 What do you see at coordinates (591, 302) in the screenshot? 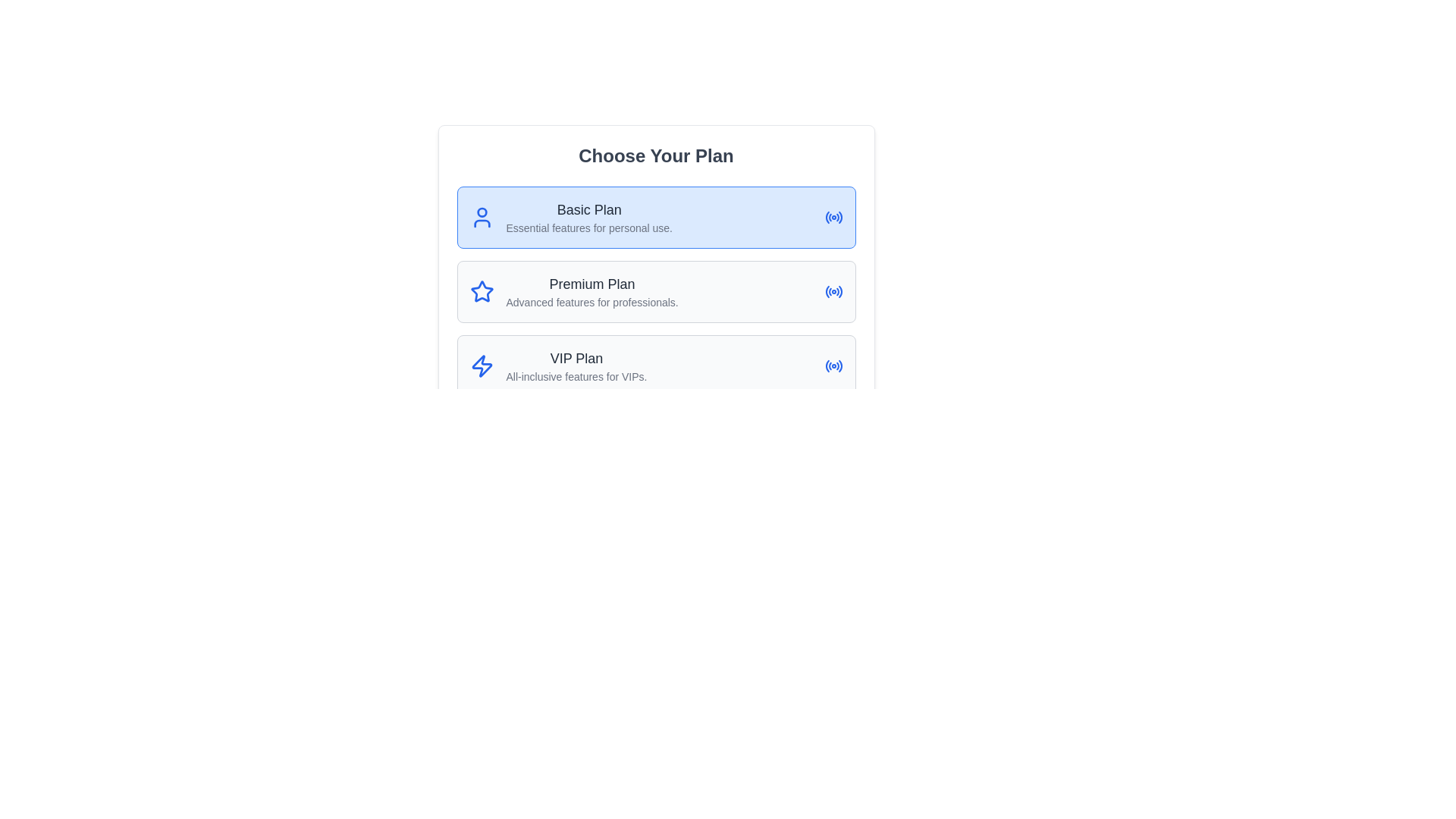
I see `descriptive label text below the bold title 'Premium Plan' to understand the features or benefits associated with selecting this plan` at bounding box center [591, 302].